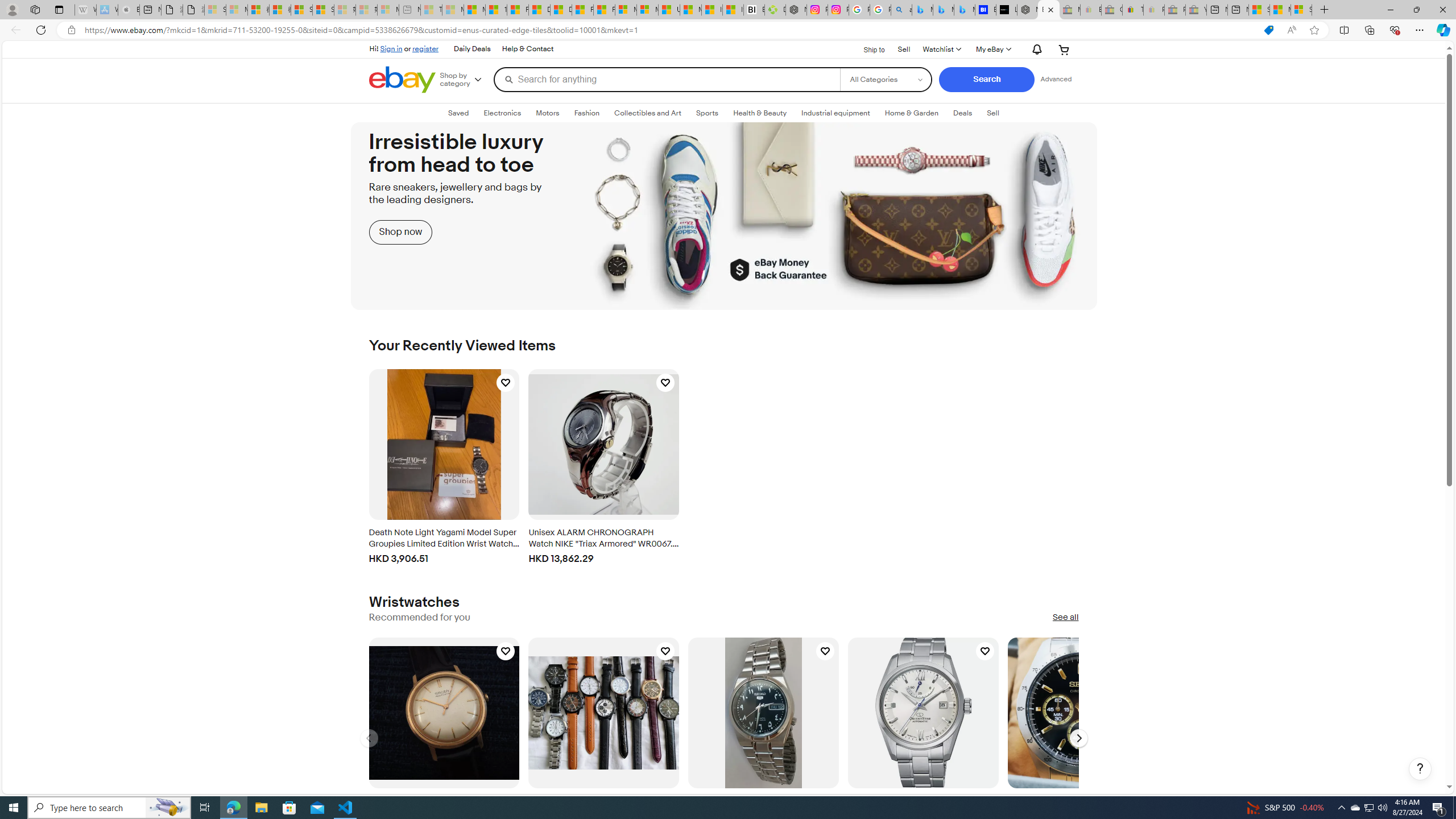  What do you see at coordinates (707, 113) in the screenshot?
I see `'Sports'` at bounding box center [707, 113].